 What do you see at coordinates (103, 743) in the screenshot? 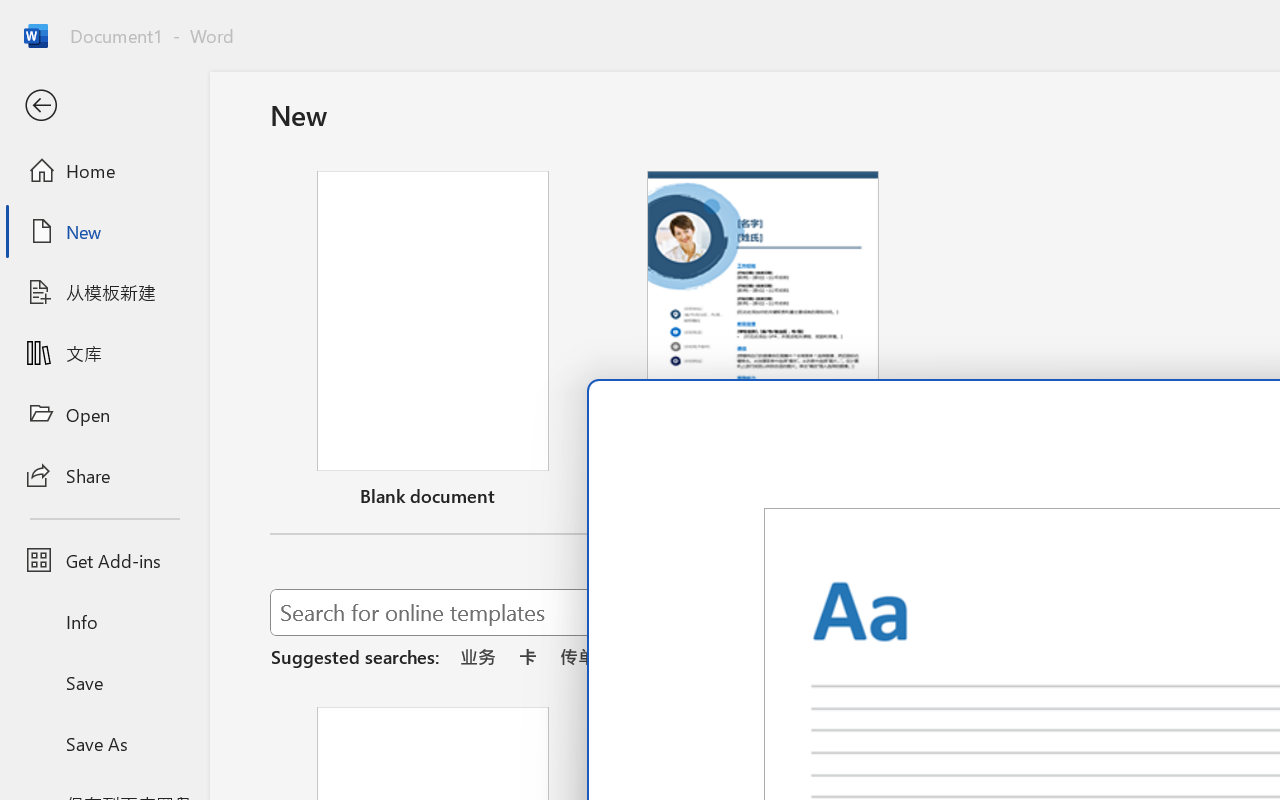
I see `'Save As'` at bounding box center [103, 743].